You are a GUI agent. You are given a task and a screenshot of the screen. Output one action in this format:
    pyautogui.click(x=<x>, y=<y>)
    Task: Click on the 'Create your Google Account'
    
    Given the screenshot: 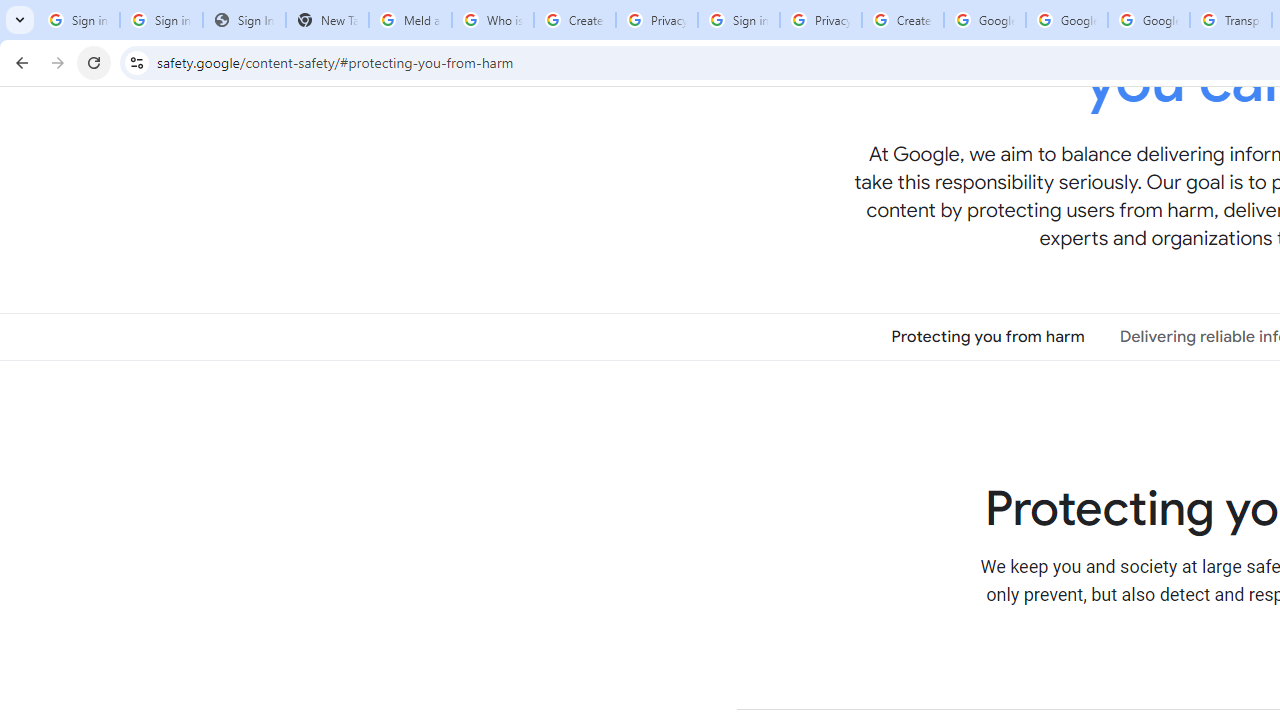 What is the action you would take?
    pyautogui.click(x=902, y=20)
    